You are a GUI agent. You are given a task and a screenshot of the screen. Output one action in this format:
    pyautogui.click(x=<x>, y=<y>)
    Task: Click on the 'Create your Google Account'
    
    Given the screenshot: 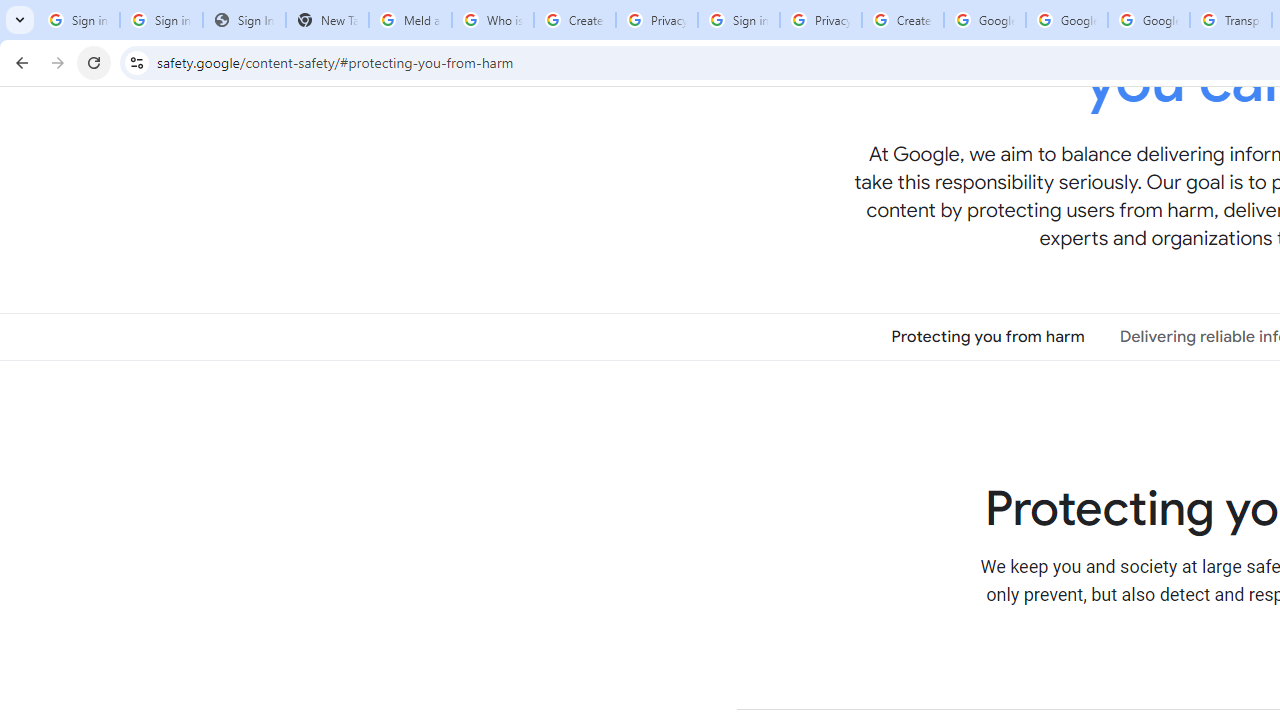 What is the action you would take?
    pyautogui.click(x=902, y=20)
    